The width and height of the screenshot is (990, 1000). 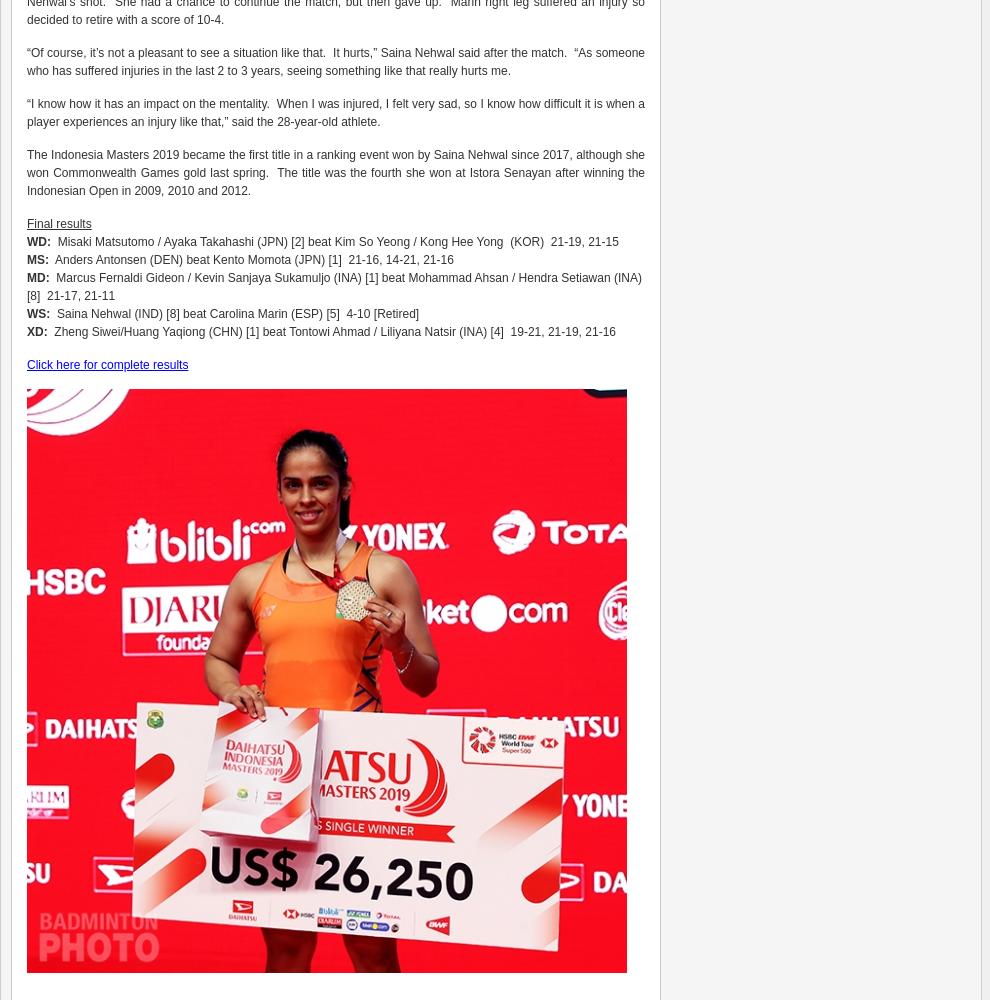 What do you see at coordinates (335, 62) in the screenshot?
I see `'“Of course, it’s not a pleasant to see a situation like that.  It hurts,” Saina Nehwal said after the match.  “As someone who has suffered injuries in the last 2 to 3 years, seeing something like that really hurts me.'` at bounding box center [335, 62].